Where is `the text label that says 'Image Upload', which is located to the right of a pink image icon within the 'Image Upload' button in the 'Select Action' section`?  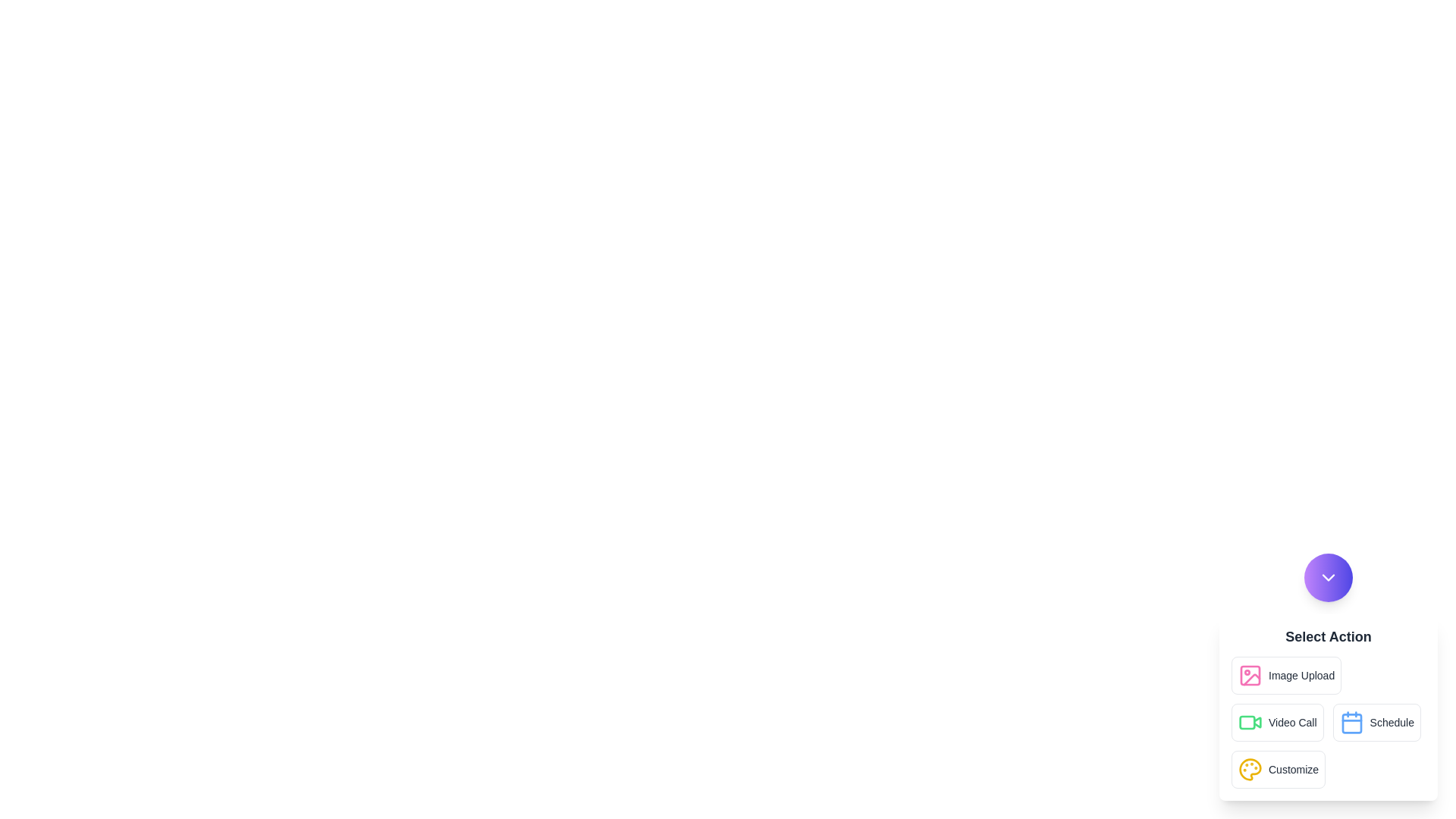
the text label that says 'Image Upload', which is located to the right of a pink image icon within the 'Image Upload' button in the 'Select Action' section is located at coordinates (1301, 675).